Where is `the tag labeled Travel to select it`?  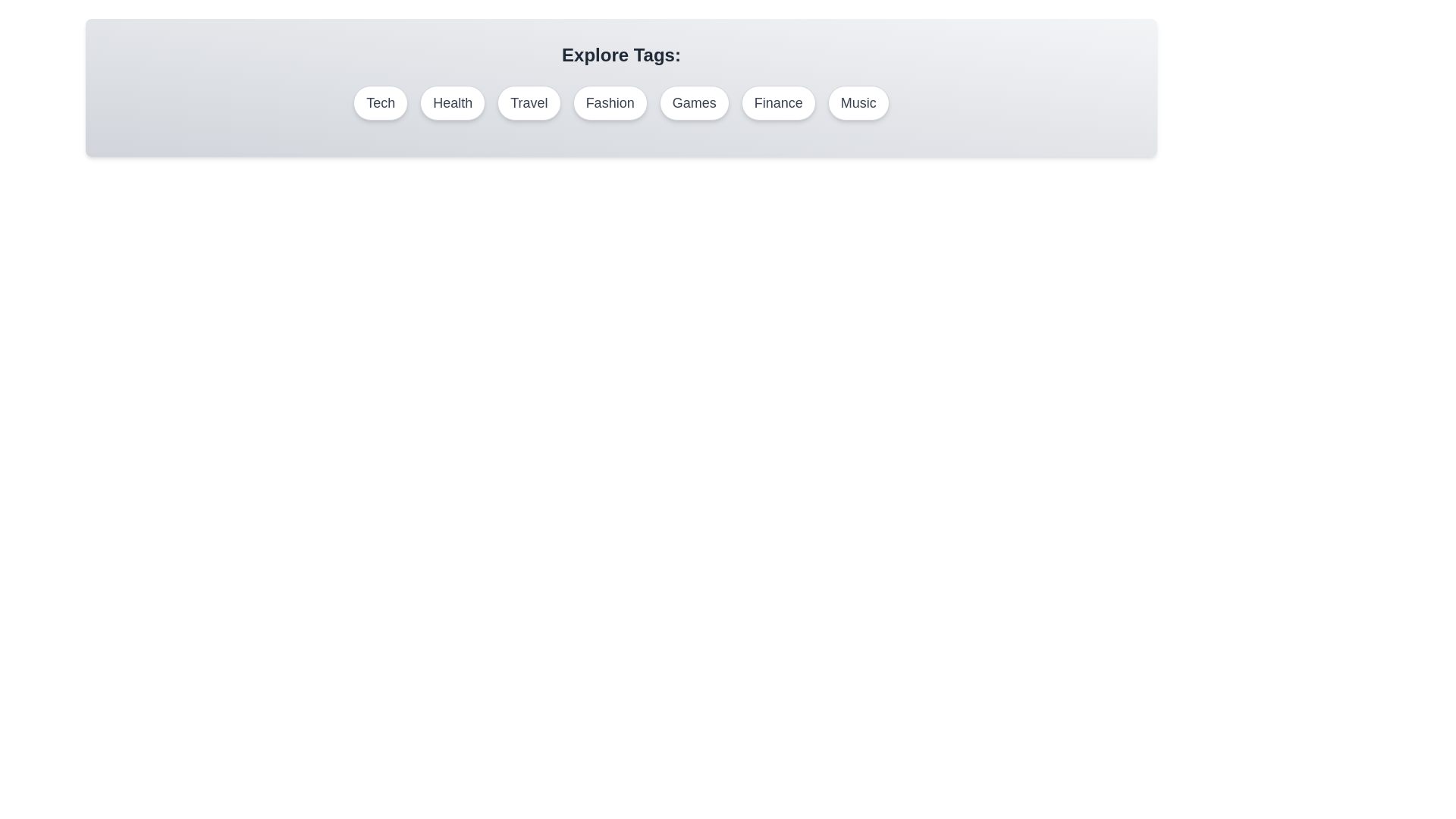 the tag labeled Travel to select it is located at coordinates (529, 102).